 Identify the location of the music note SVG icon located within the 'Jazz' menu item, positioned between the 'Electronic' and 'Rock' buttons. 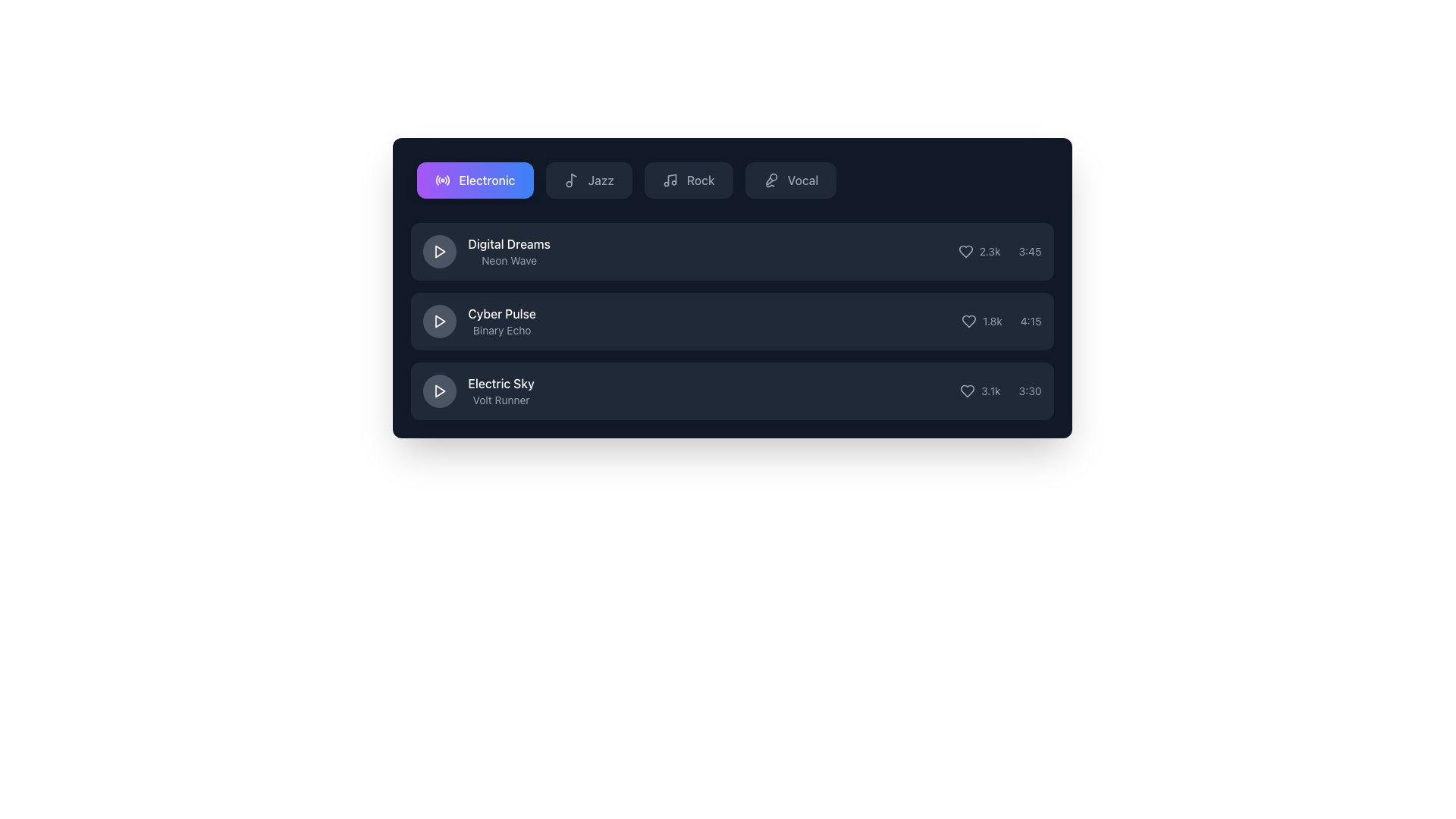
(570, 180).